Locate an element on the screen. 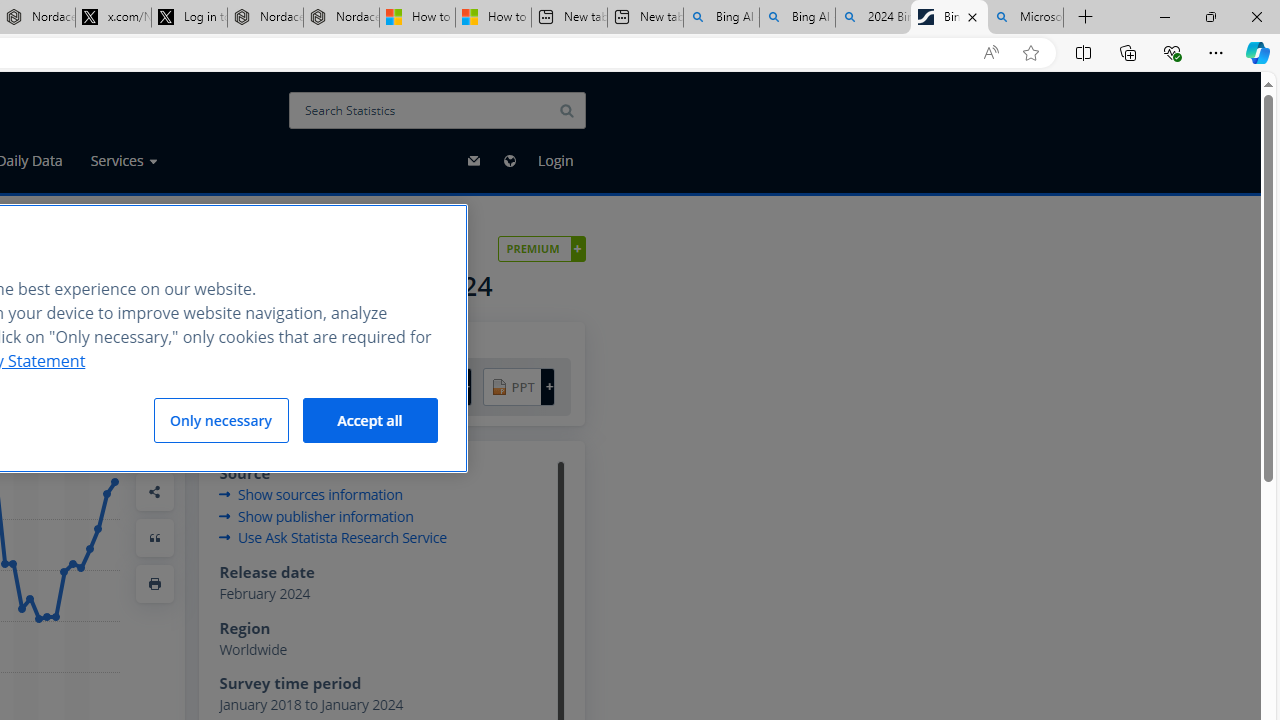  'Login' is located at coordinates (556, 159).